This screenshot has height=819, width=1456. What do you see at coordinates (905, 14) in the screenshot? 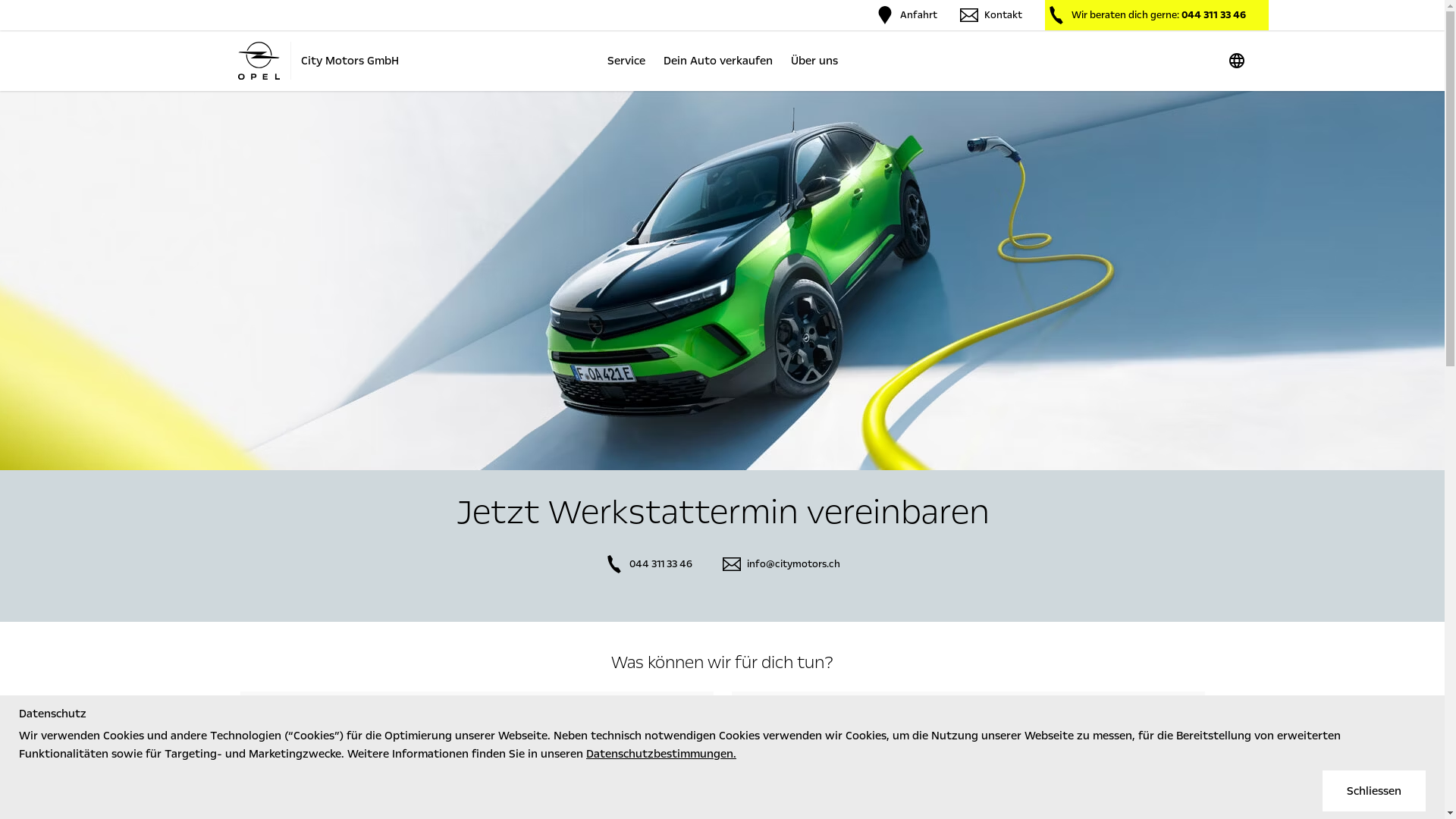
I see `'Anfahrt'` at bounding box center [905, 14].